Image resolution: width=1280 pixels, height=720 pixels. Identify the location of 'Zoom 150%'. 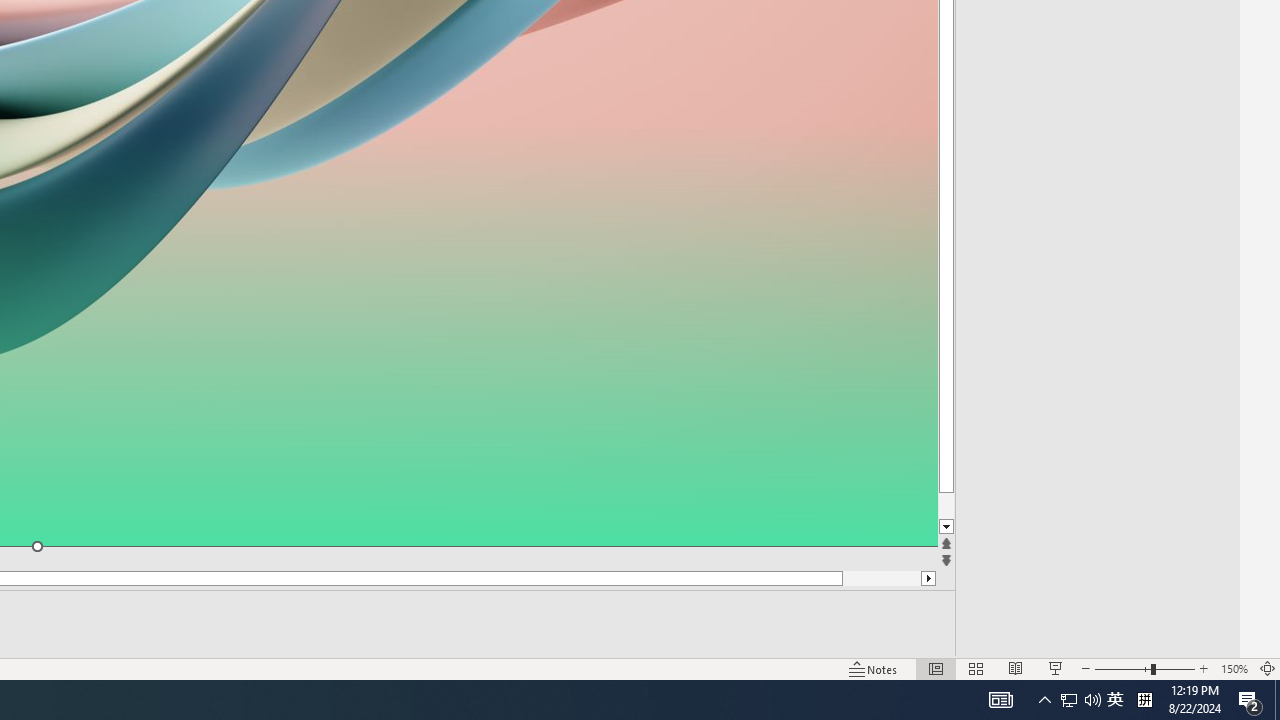
(1233, 669).